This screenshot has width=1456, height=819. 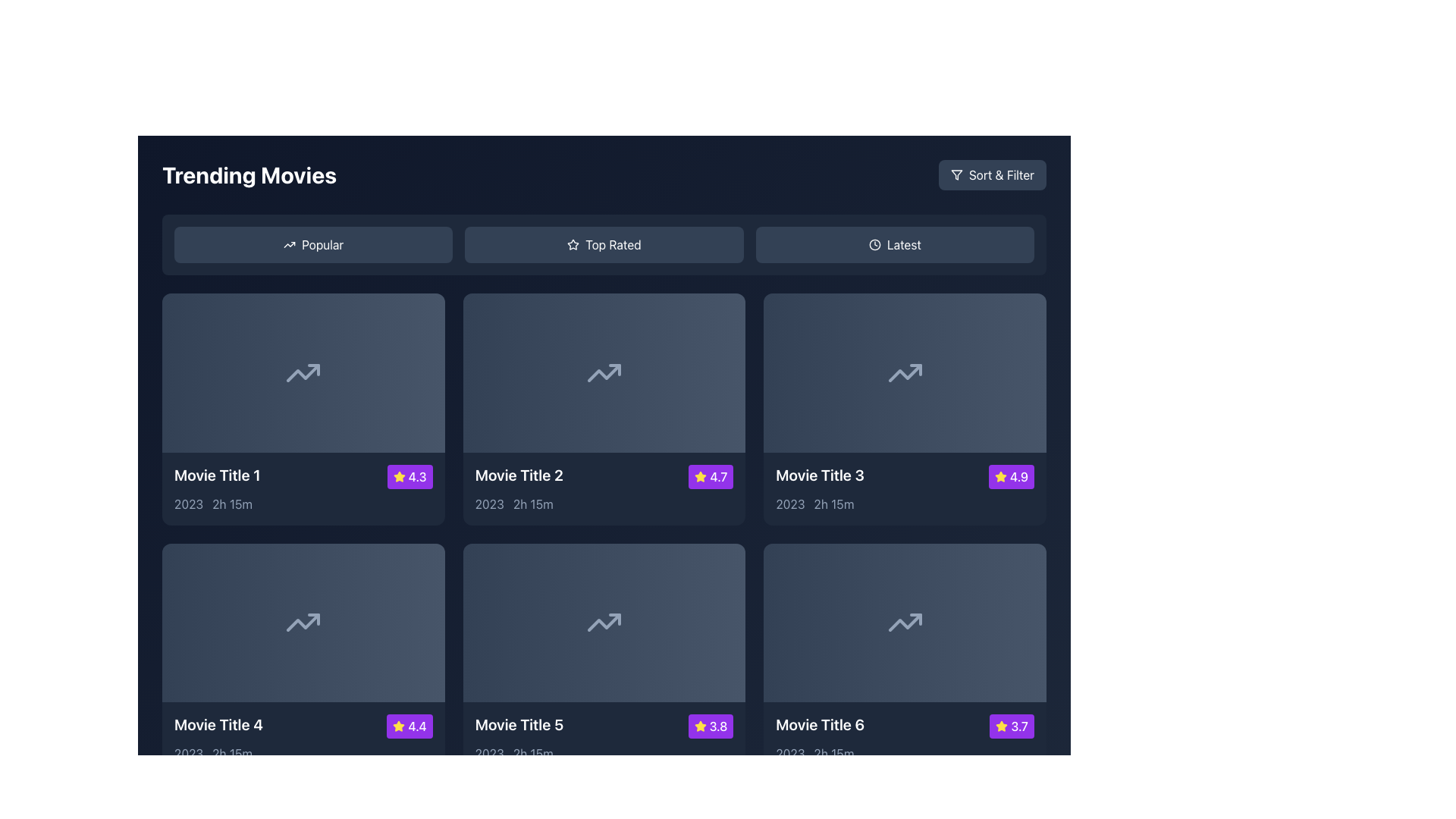 What do you see at coordinates (955, 174) in the screenshot?
I see `the 'Sort & Filter' button located in the top-right corner of the interface` at bounding box center [955, 174].